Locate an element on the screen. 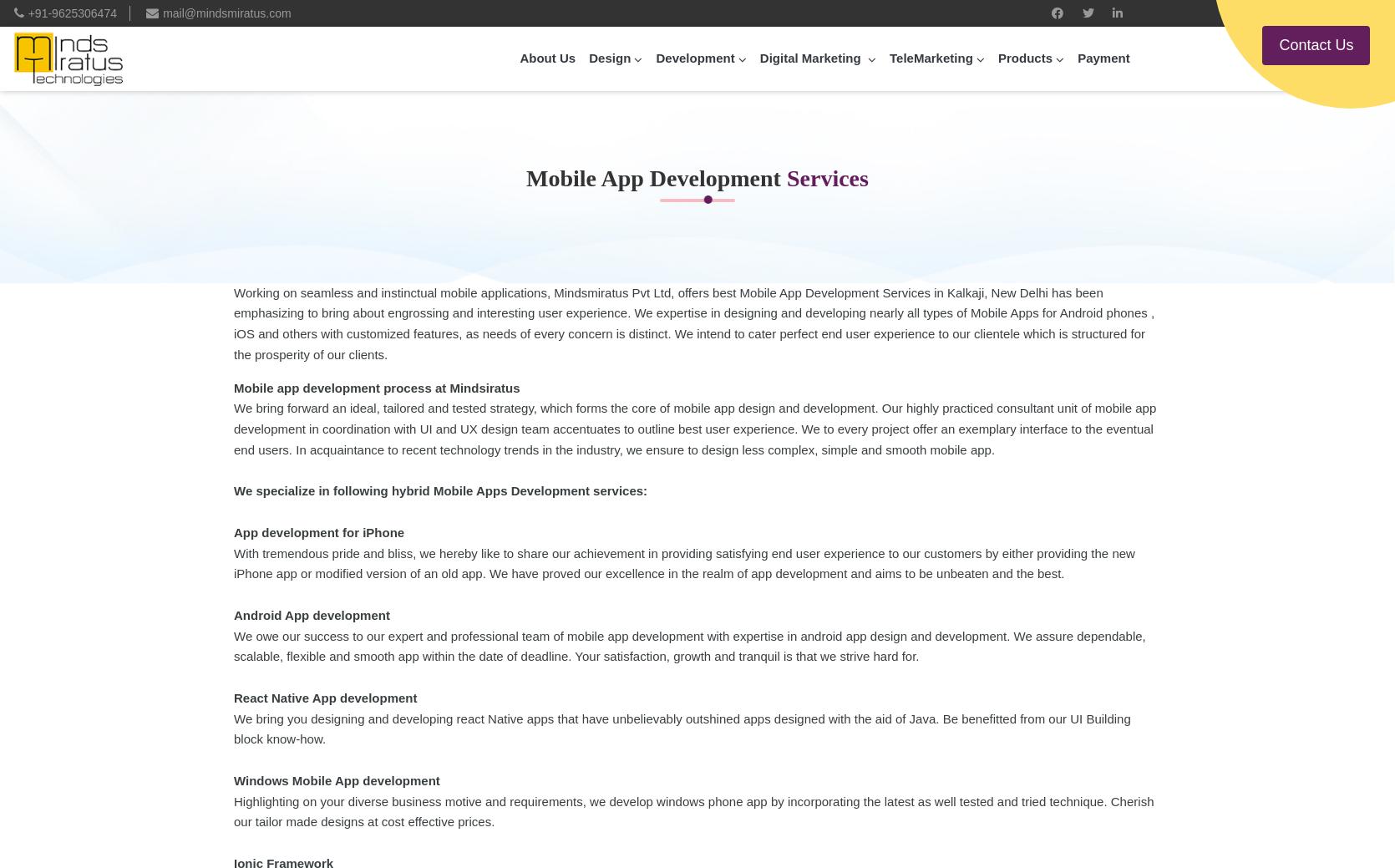 The height and width of the screenshot is (868, 1395). 'With tremendous pride and bliss, we hereby like to share our achievement in providing satisfying end user experience to our customers by either providing the new iPhone app or modified version of an old app. We have proved our excellence in the realm of app development and aims to be unbeaten and the best.' is located at coordinates (682, 562).